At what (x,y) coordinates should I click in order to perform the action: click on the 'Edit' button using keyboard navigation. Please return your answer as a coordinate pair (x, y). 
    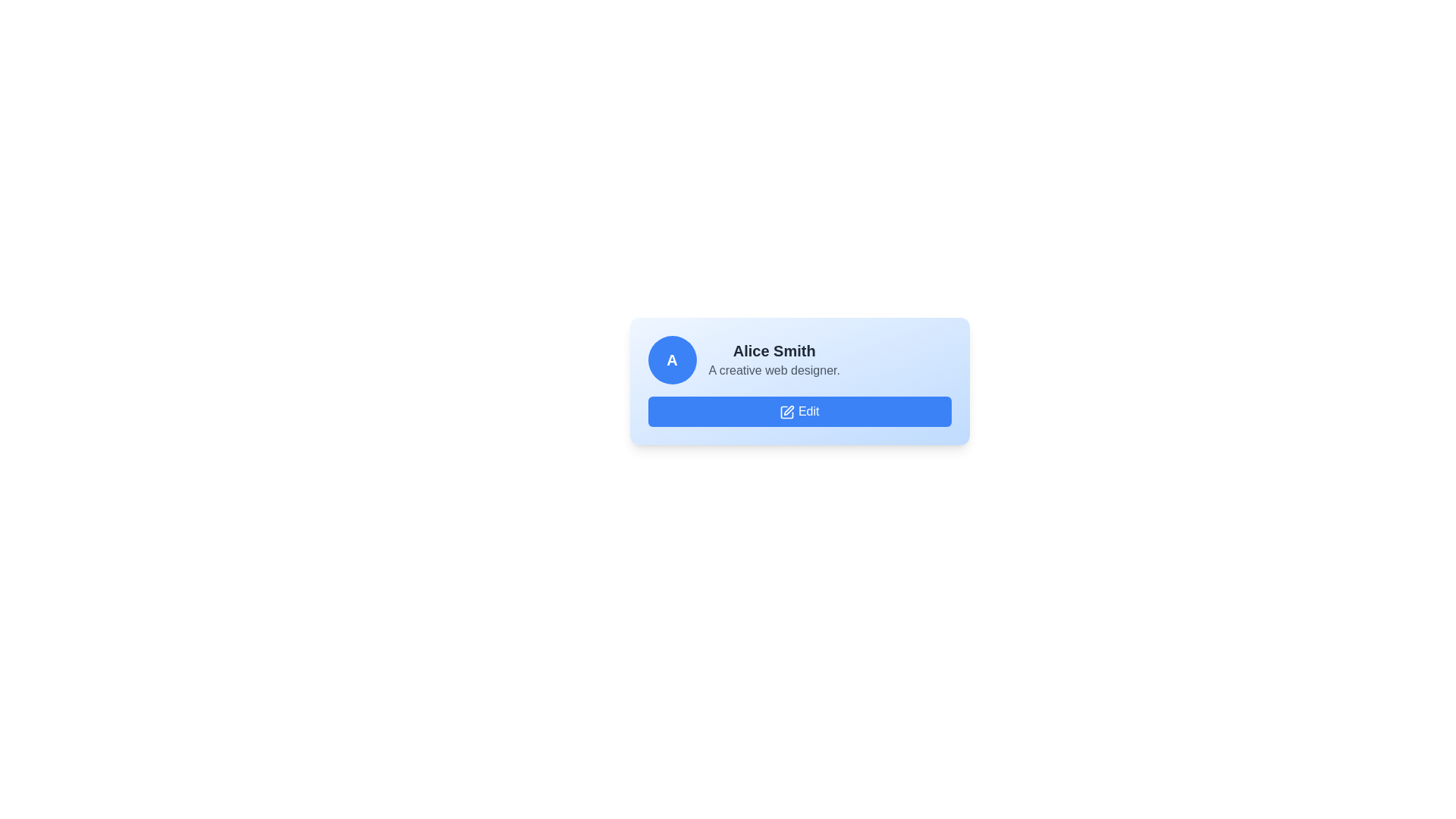
    Looking at the image, I should click on (799, 412).